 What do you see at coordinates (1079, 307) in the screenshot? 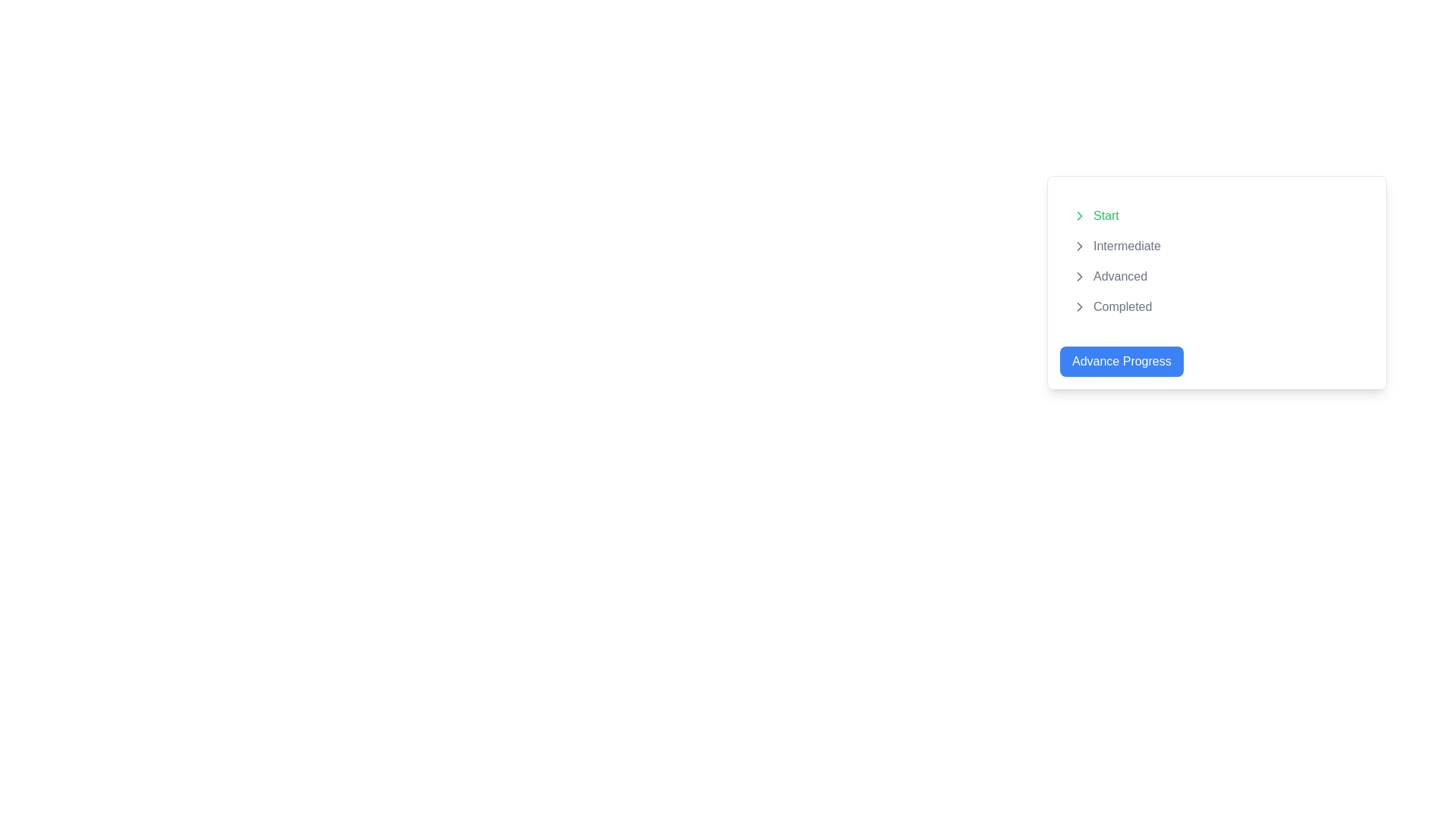
I see `the rightward-pointing chevron arrow icon located to the left of the 'Start' text item` at bounding box center [1079, 307].